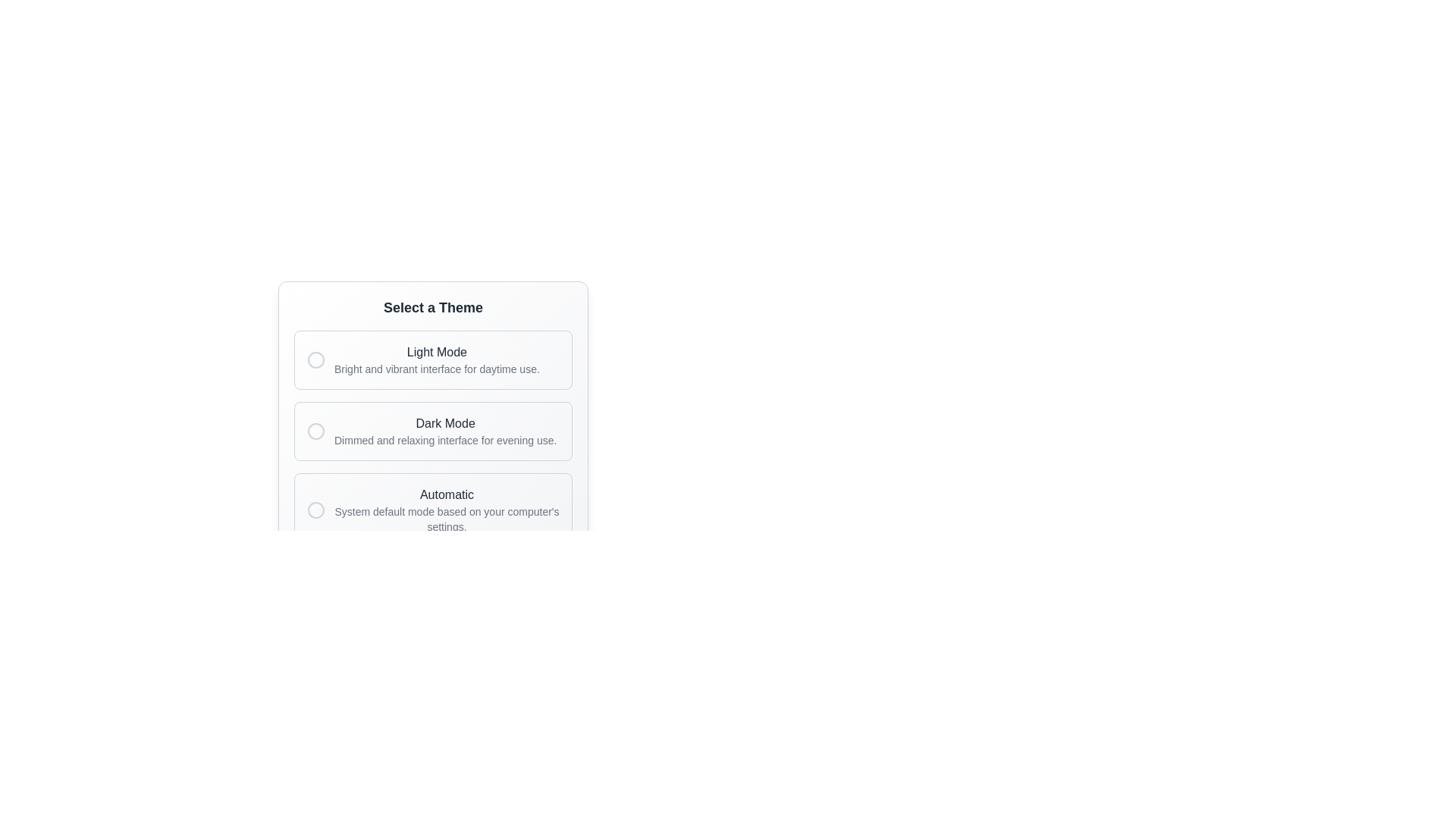 The image size is (1456, 819). I want to click on to select the 'Dark Mode' option from the second item in the vertically arranged list within the 'Select a Theme' box, so click(432, 431).